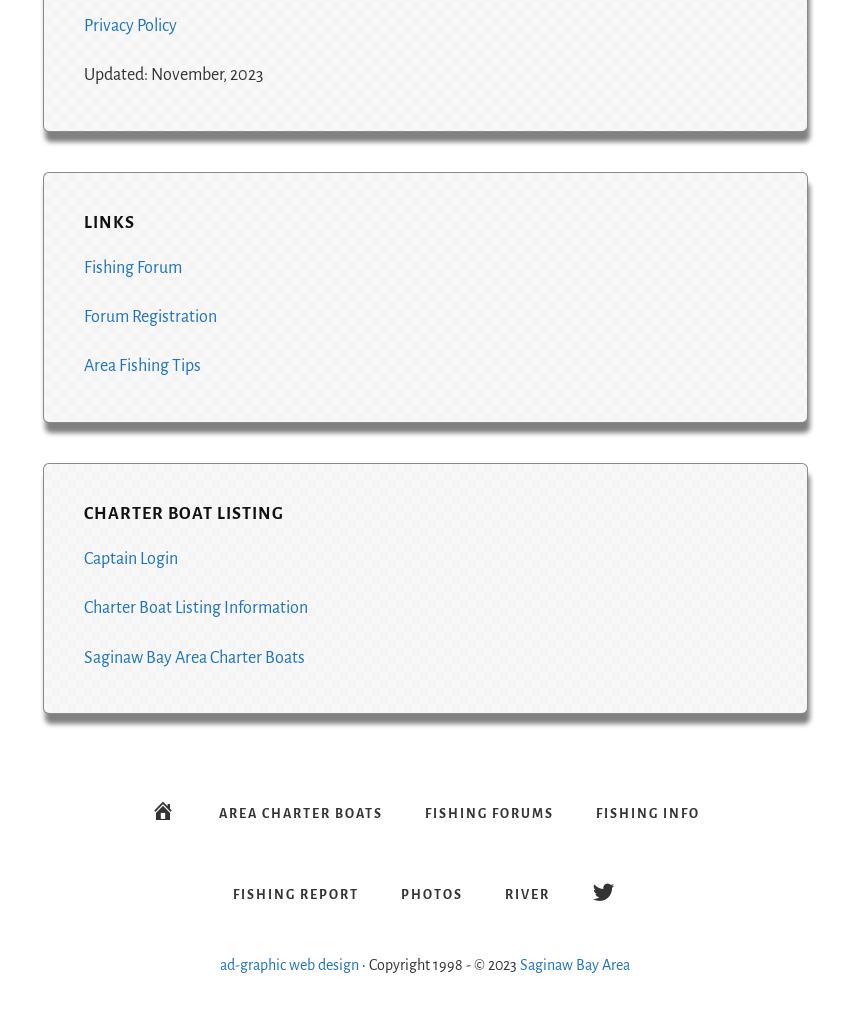 This screenshot has width=850, height=1030. What do you see at coordinates (171, 74) in the screenshot?
I see `'Updated: November, 2023'` at bounding box center [171, 74].